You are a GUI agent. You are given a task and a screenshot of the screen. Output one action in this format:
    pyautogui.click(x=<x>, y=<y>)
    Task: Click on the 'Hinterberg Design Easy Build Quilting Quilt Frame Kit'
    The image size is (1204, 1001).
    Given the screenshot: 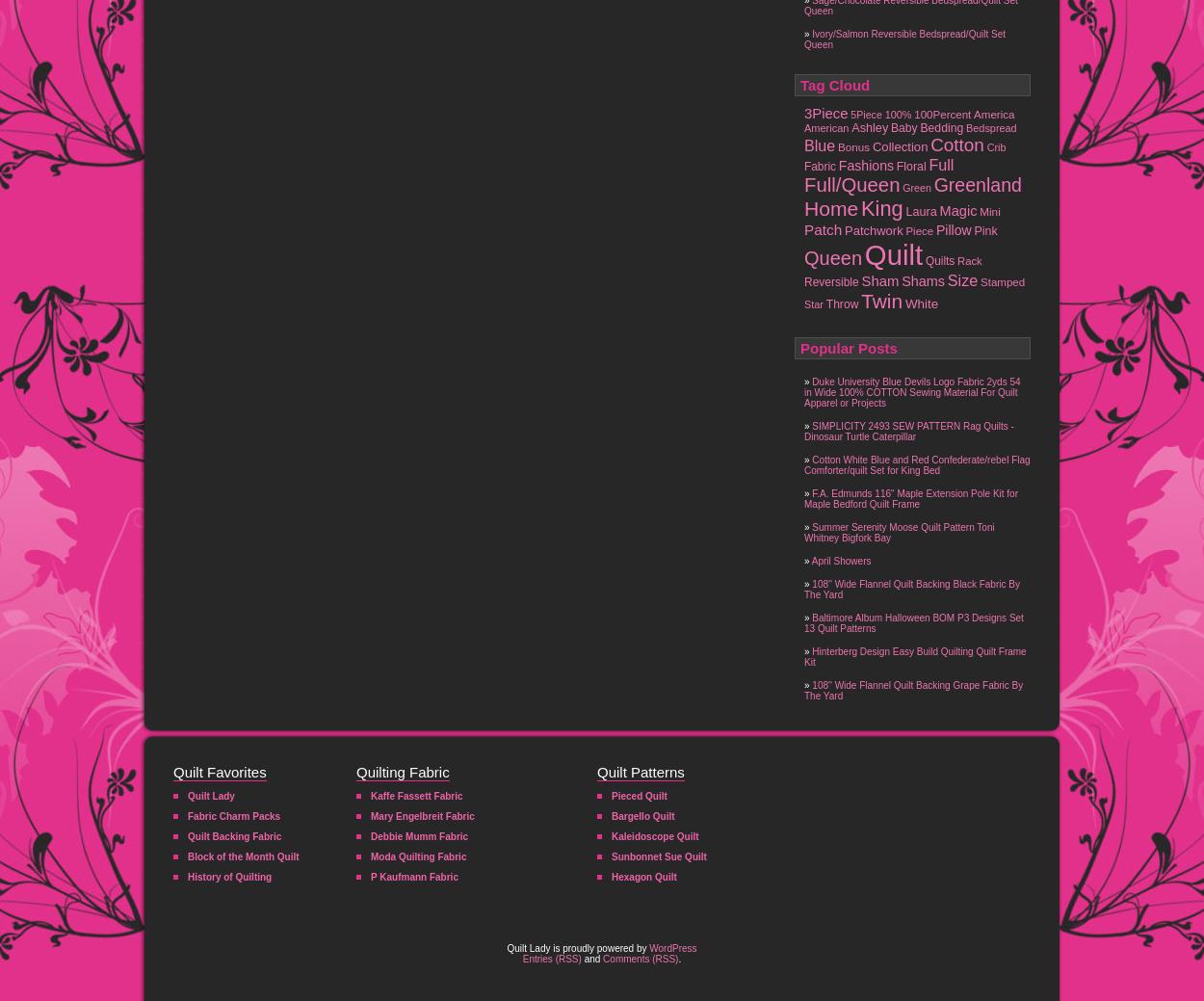 What is the action you would take?
    pyautogui.click(x=914, y=656)
    